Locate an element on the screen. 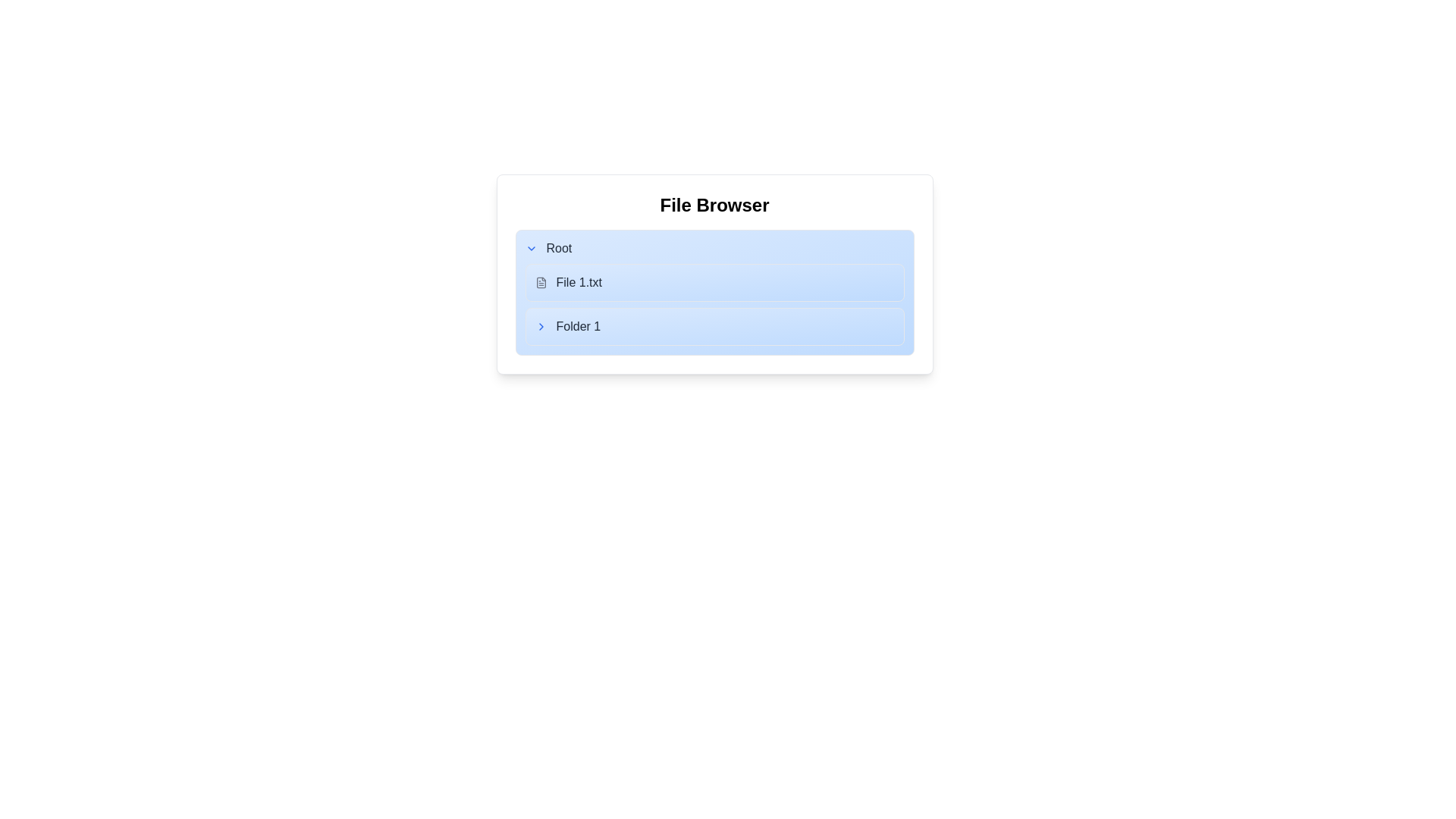 The height and width of the screenshot is (819, 1456). the SVG-based icon representing 'File 1.txt' in the file browser, located just before 'Folder 1' is located at coordinates (541, 283).